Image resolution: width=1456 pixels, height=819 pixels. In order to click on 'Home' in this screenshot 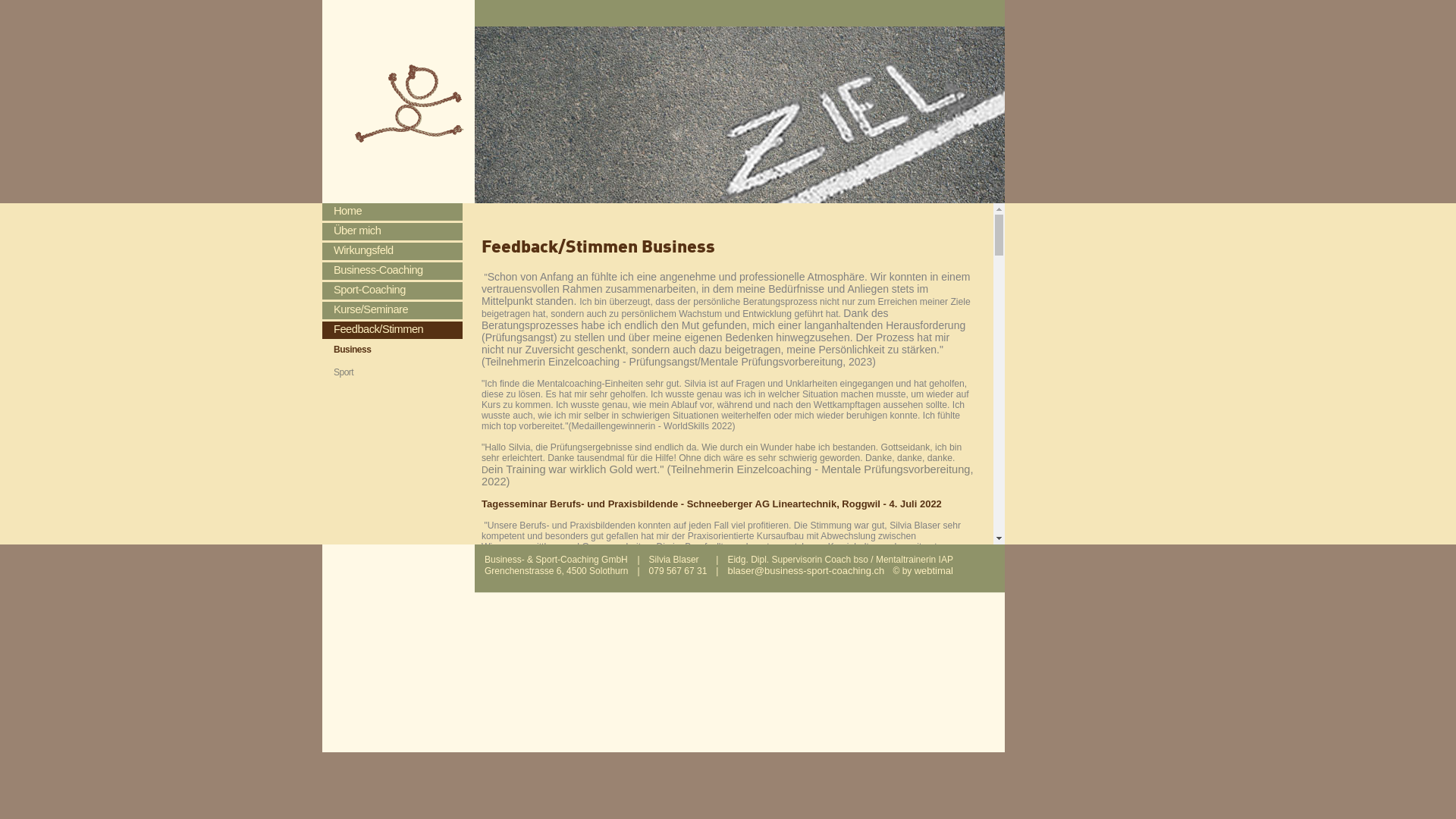, I will do `click(392, 212)`.